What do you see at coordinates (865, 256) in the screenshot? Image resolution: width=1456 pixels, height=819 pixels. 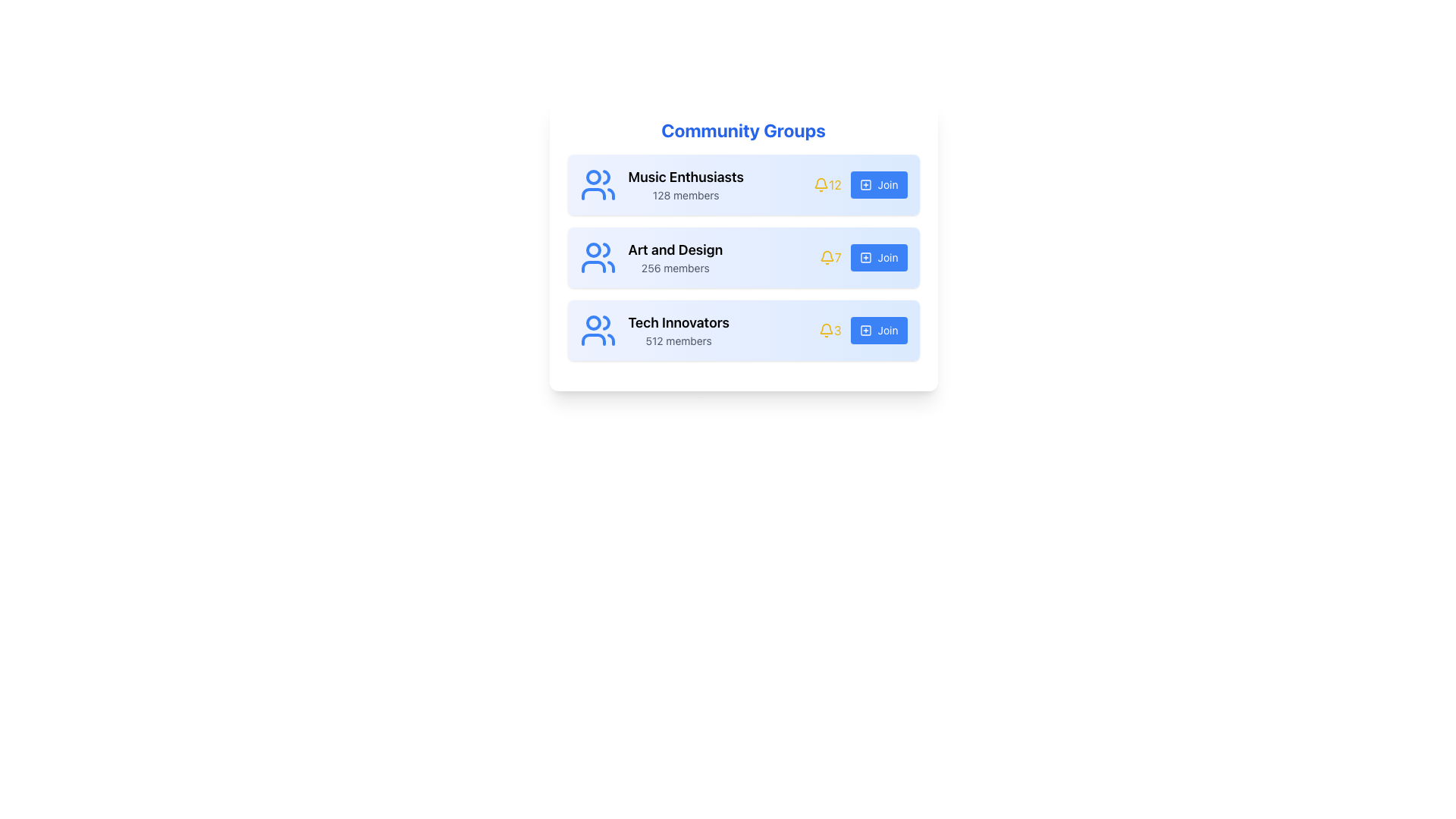 I see `the small square-shaped SVG button component with rounded corners, located adjacent to the 'Join' button in the community groups list` at bounding box center [865, 256].